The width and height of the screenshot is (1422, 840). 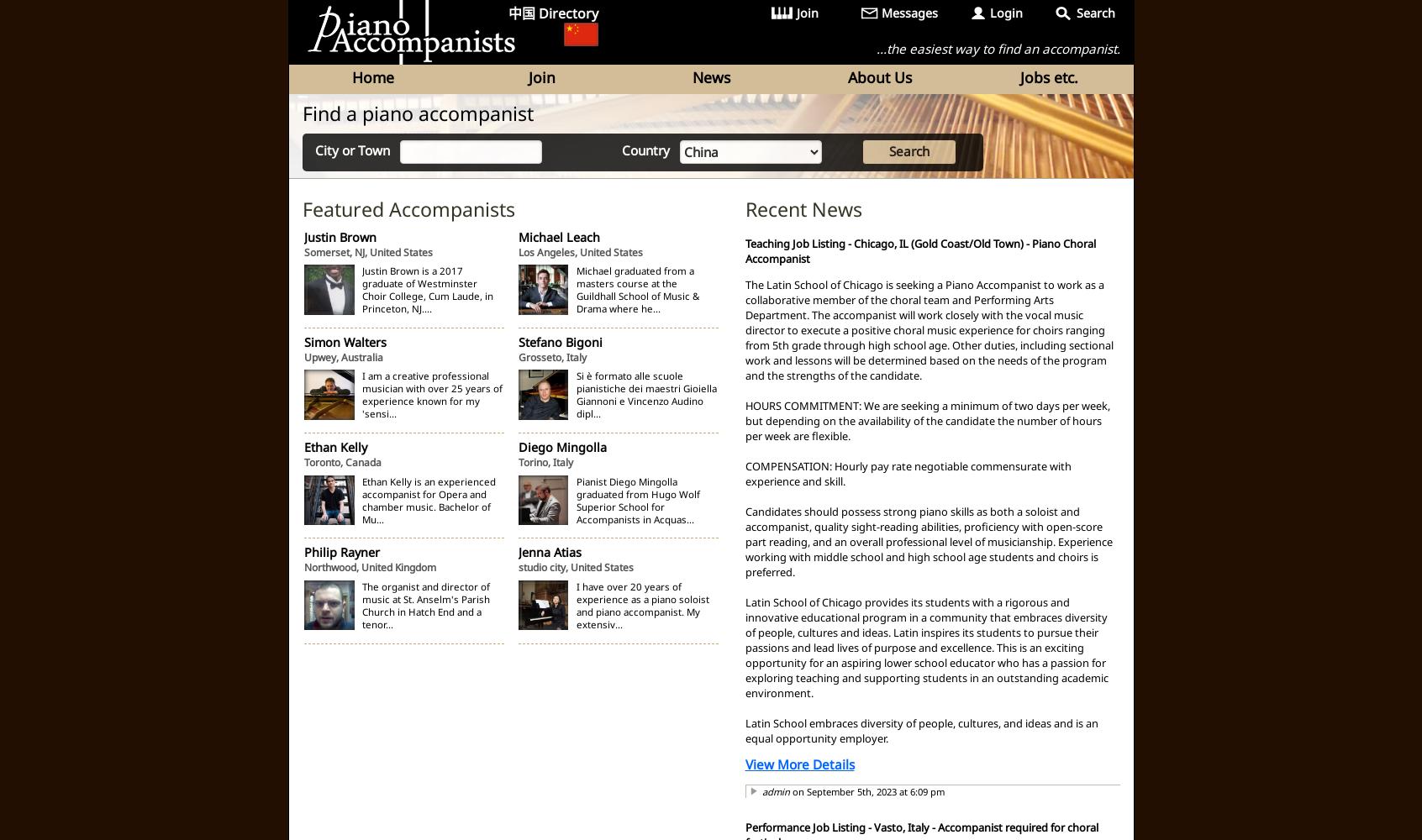 I want to click on 'Somerset, NJ, United States', so click(x=367, y=251).